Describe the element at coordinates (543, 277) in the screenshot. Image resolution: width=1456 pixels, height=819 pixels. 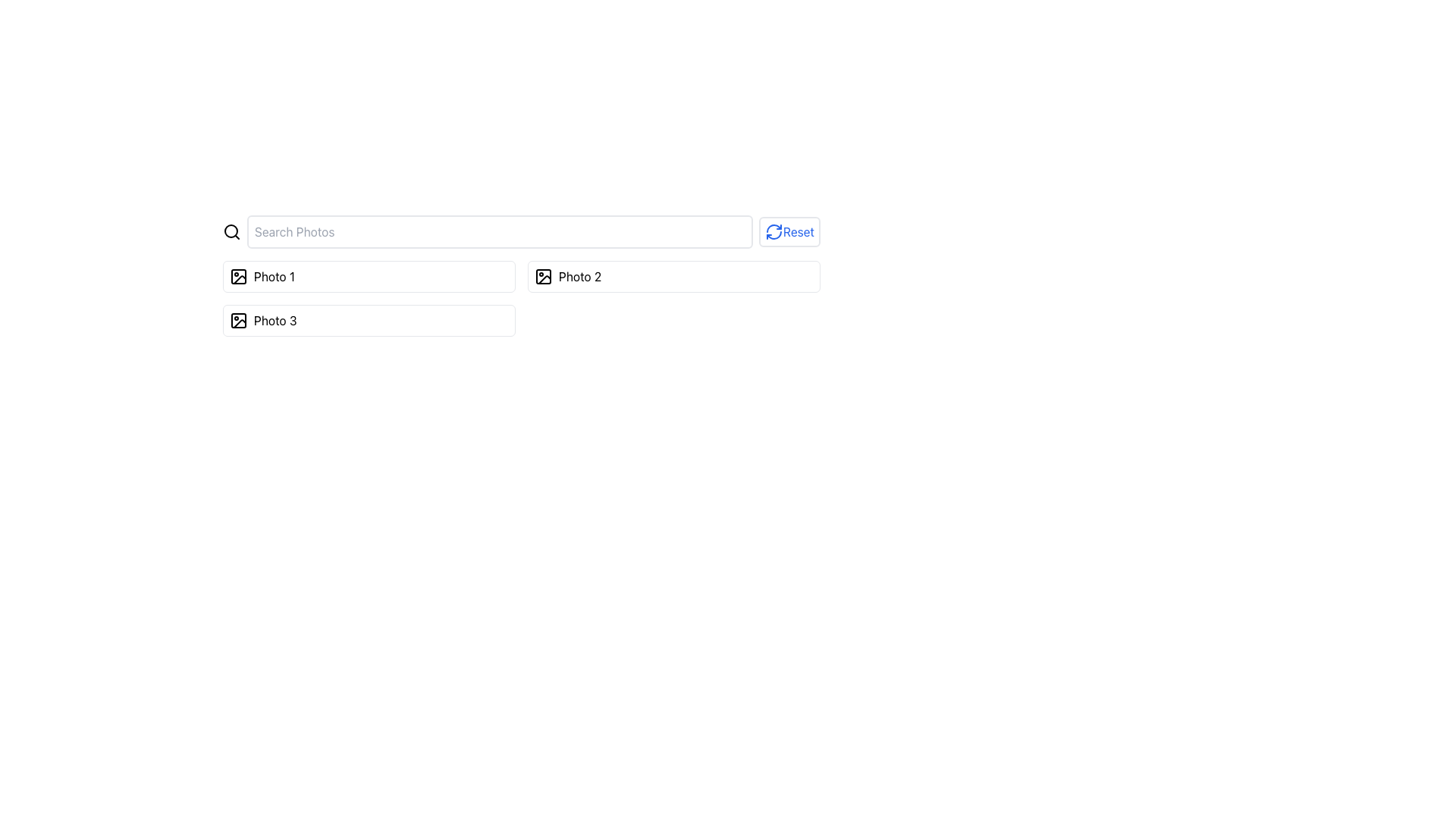
I see `the vector graphic element representing 'Photo 2' in the SVG component` at that location.